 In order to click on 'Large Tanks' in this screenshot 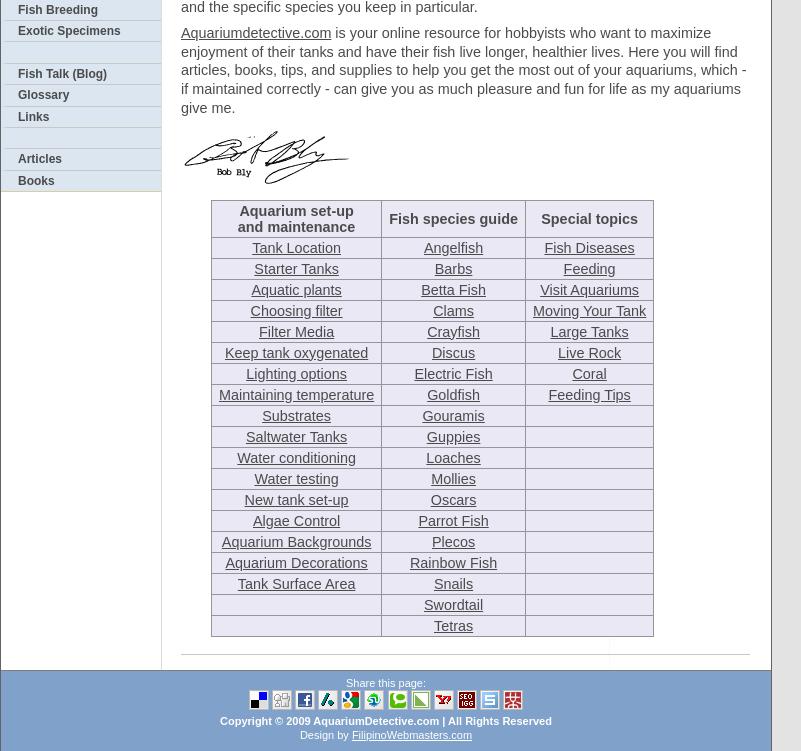, I will do `click(588, 330)`.